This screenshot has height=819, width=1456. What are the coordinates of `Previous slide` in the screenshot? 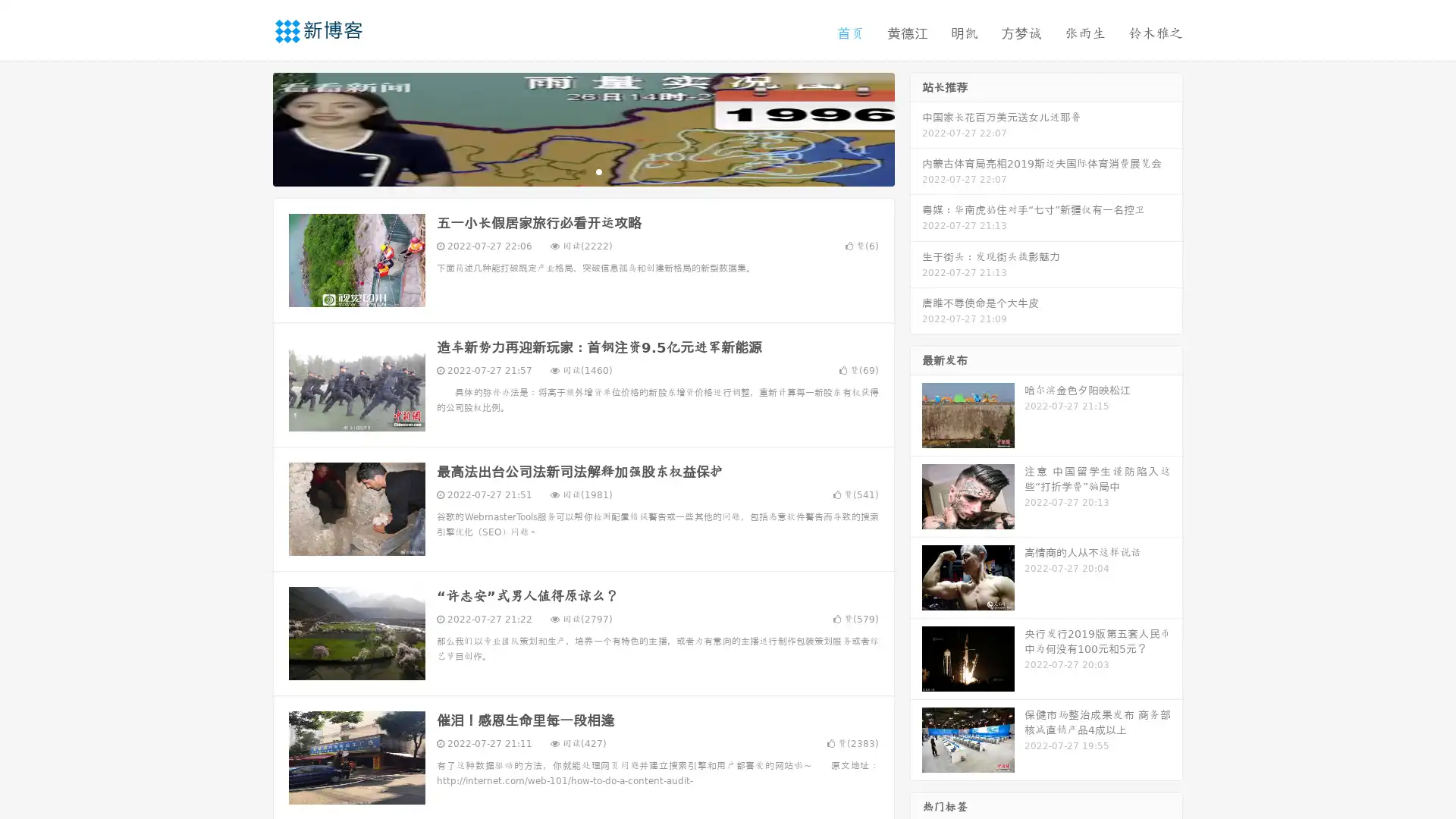 It's located at (250, 127).